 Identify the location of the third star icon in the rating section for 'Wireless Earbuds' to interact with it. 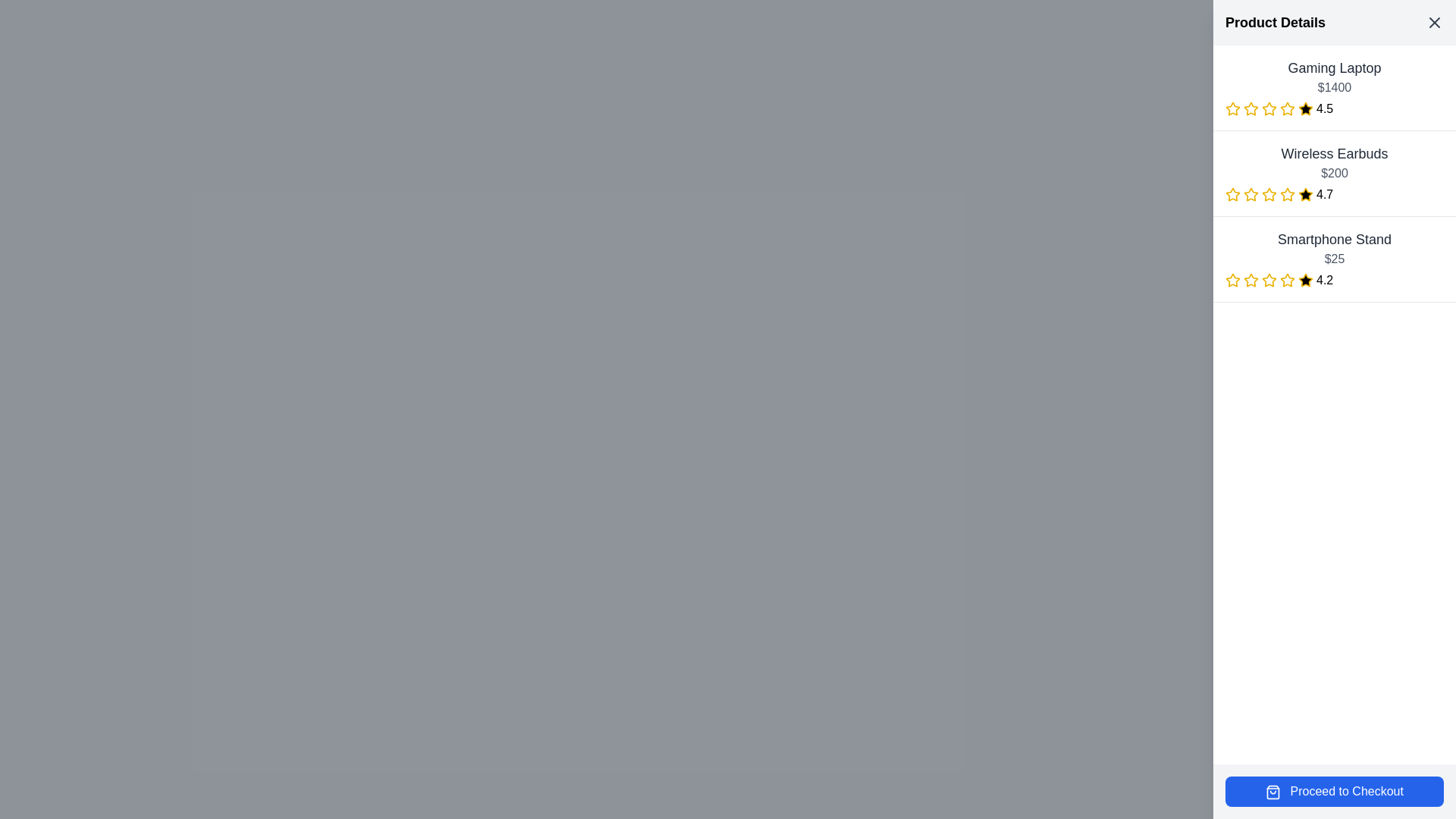
(1251, 194).